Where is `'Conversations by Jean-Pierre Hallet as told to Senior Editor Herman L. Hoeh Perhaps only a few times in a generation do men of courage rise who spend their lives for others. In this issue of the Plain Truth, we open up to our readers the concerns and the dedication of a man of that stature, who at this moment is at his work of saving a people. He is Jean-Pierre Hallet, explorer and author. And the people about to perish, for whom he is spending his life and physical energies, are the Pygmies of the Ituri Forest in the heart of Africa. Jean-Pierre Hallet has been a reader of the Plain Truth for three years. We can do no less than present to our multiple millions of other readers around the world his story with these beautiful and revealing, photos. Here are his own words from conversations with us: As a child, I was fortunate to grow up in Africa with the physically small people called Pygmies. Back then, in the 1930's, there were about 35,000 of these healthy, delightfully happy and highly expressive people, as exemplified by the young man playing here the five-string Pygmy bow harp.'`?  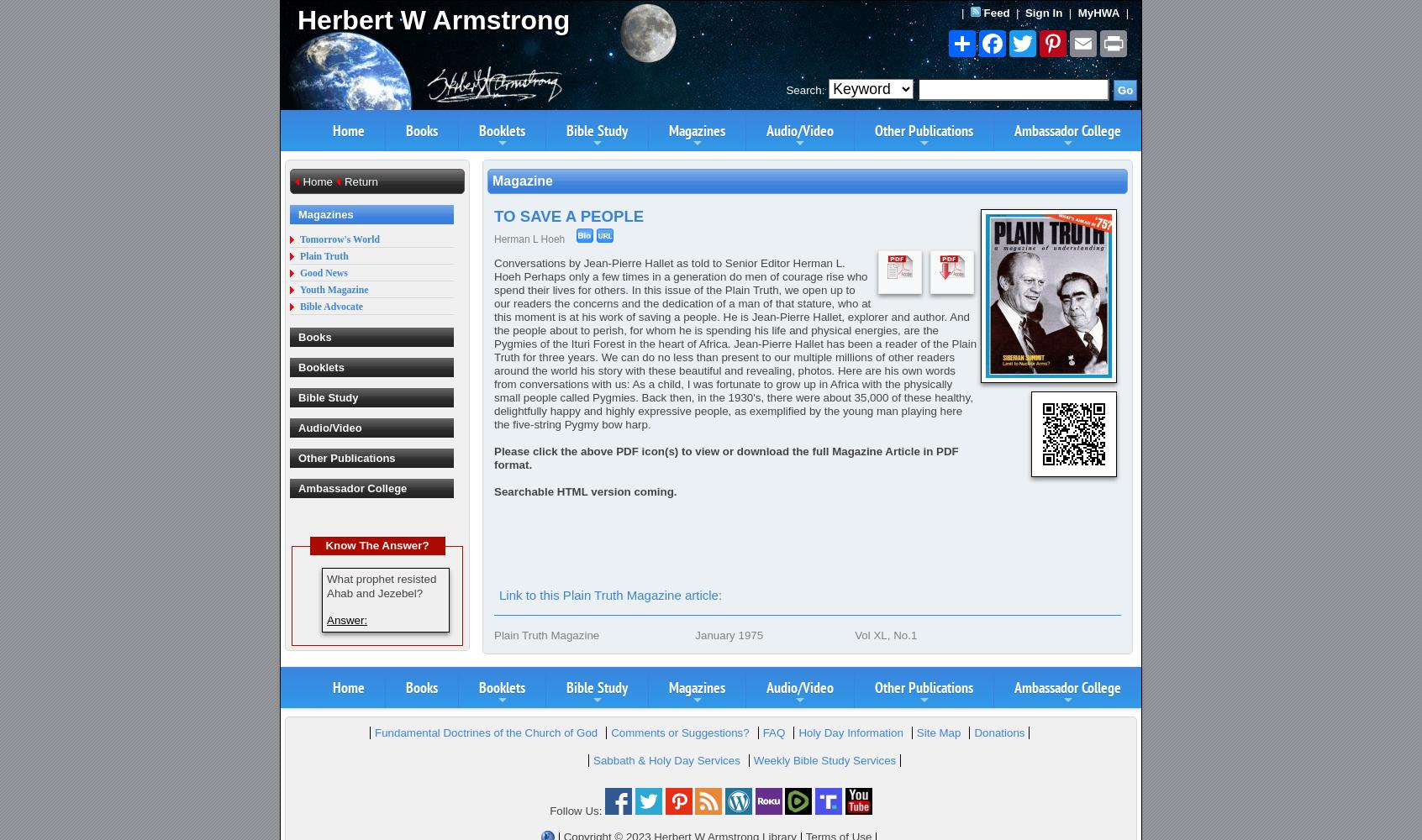
'Conversations by Jean-Pierre Hallet as told to Senior Editor Herman L. Hoeh Perhaps only a few times in a generation do men of courage rise who spend their lives for others. In this issue of the Plain Truth, we open up to our readers the concerns and the dedication of a man of that stature, who at this moment is at his work of saving a people. He is Jean-Pierre Hallet, explorer and author. And the people about to perish, for whom he is spending his life and physical energies, are the Pygmies of the Ituri Forest in the heart of Africa. Jean-Pierre Hallet has been a reader of the Plain Truth for three years. We can do no less than present to our multiple millions of other readers around the world his story with these beautiful and revealing, photos. Here are his own words from conversations with us: As a child, I was fortunate to grow up in Africa with the physically small people called Pygmies. Back then, in the 1930's, there were about 35,000 of these healthy, delightfully happy and highly expressive people, as exemplified by the young man playing here the five-string Pygmy bow harp.' is located at coordinates (734, 344).